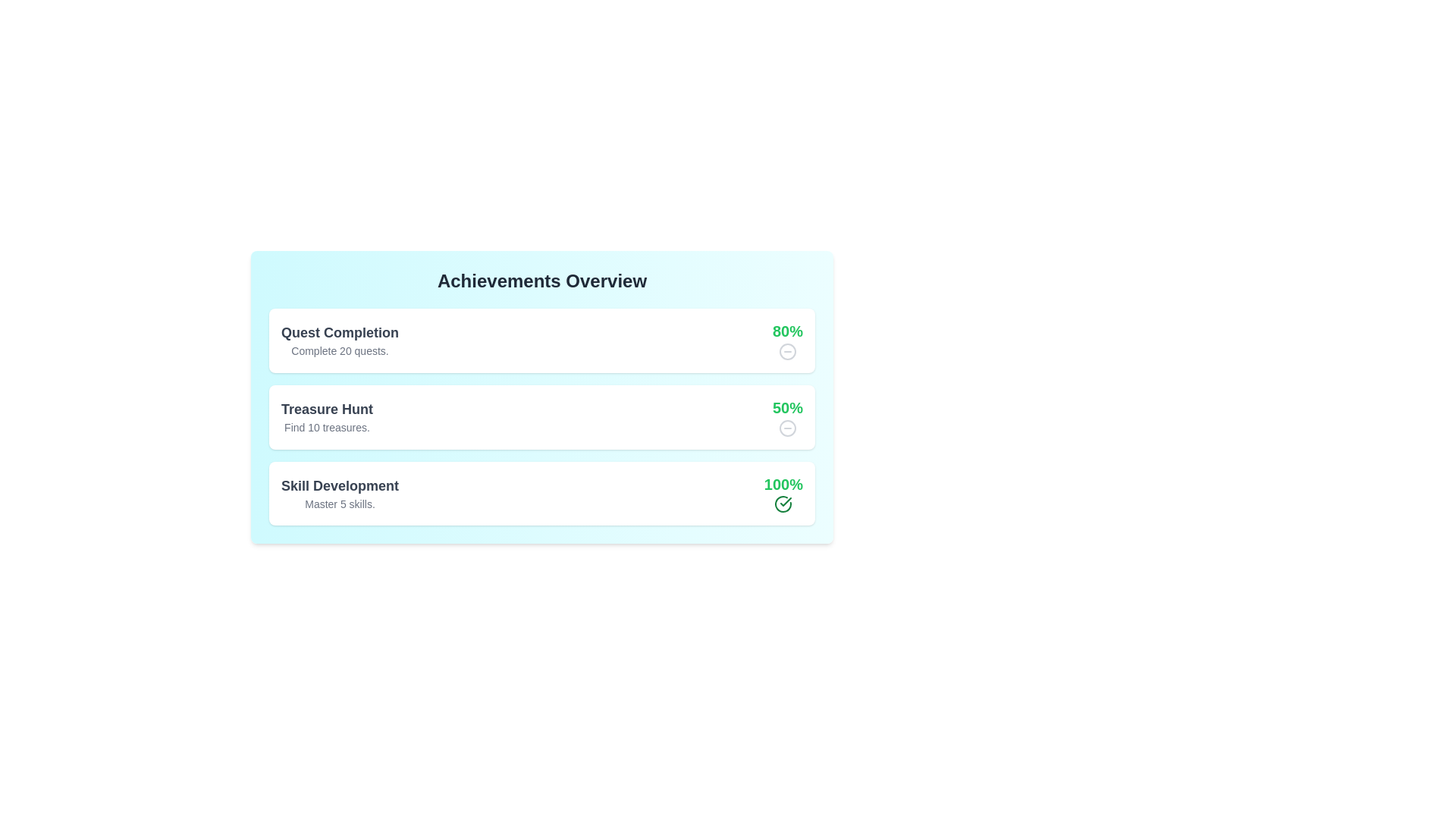 The image size is (1456, 819). I want to click on the 'Skill Development' achievement completion icon, which indicates a fully completed task with 100%. This icon is the third and last in the list of achievement indicators, positioned to the right of the 'Skill Development' text, so click(783, 504).